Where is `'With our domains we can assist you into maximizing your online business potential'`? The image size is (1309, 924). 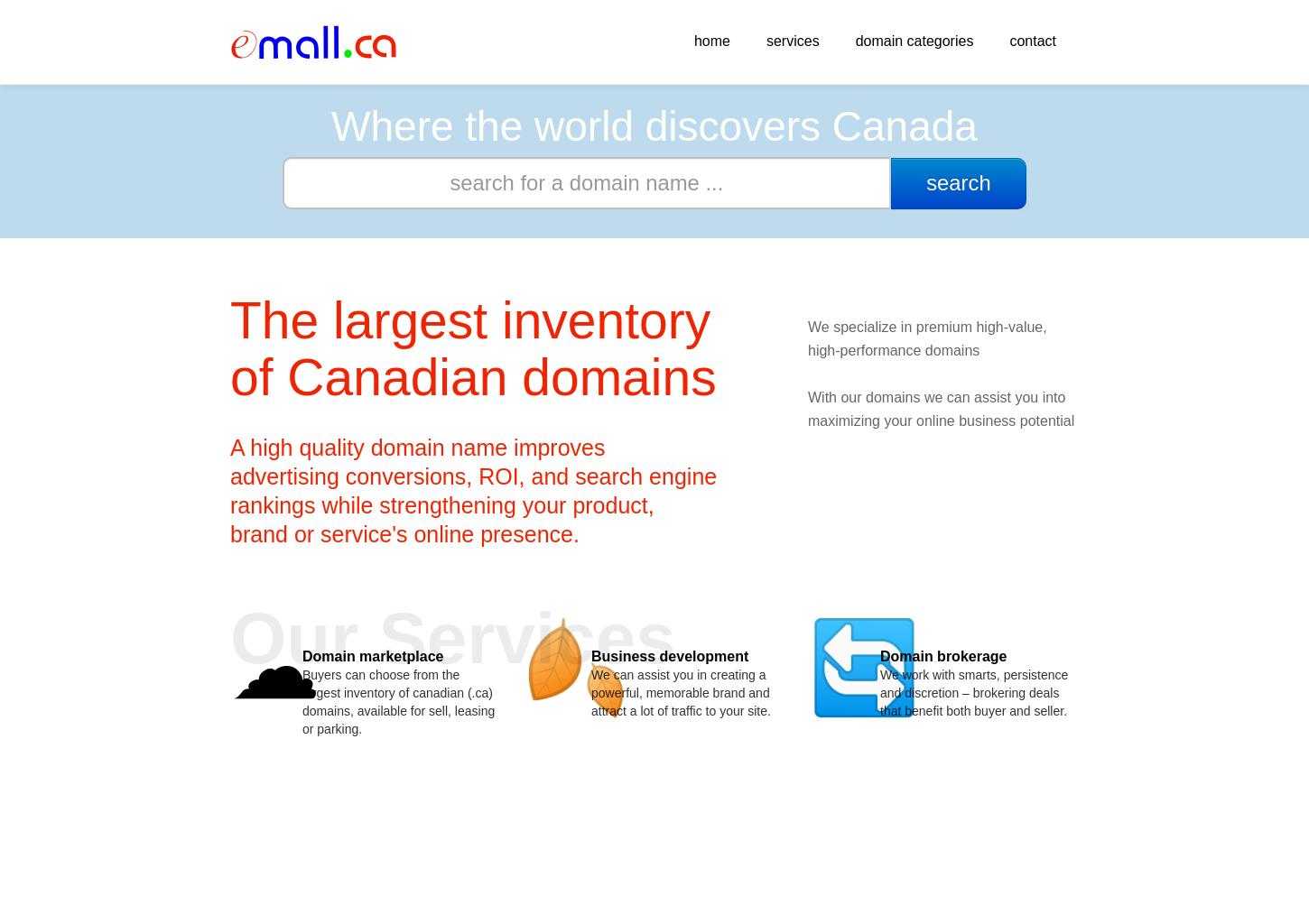 'With our domains we can assist you into maximizing your online business potential' is located at coordinates (941, 409).